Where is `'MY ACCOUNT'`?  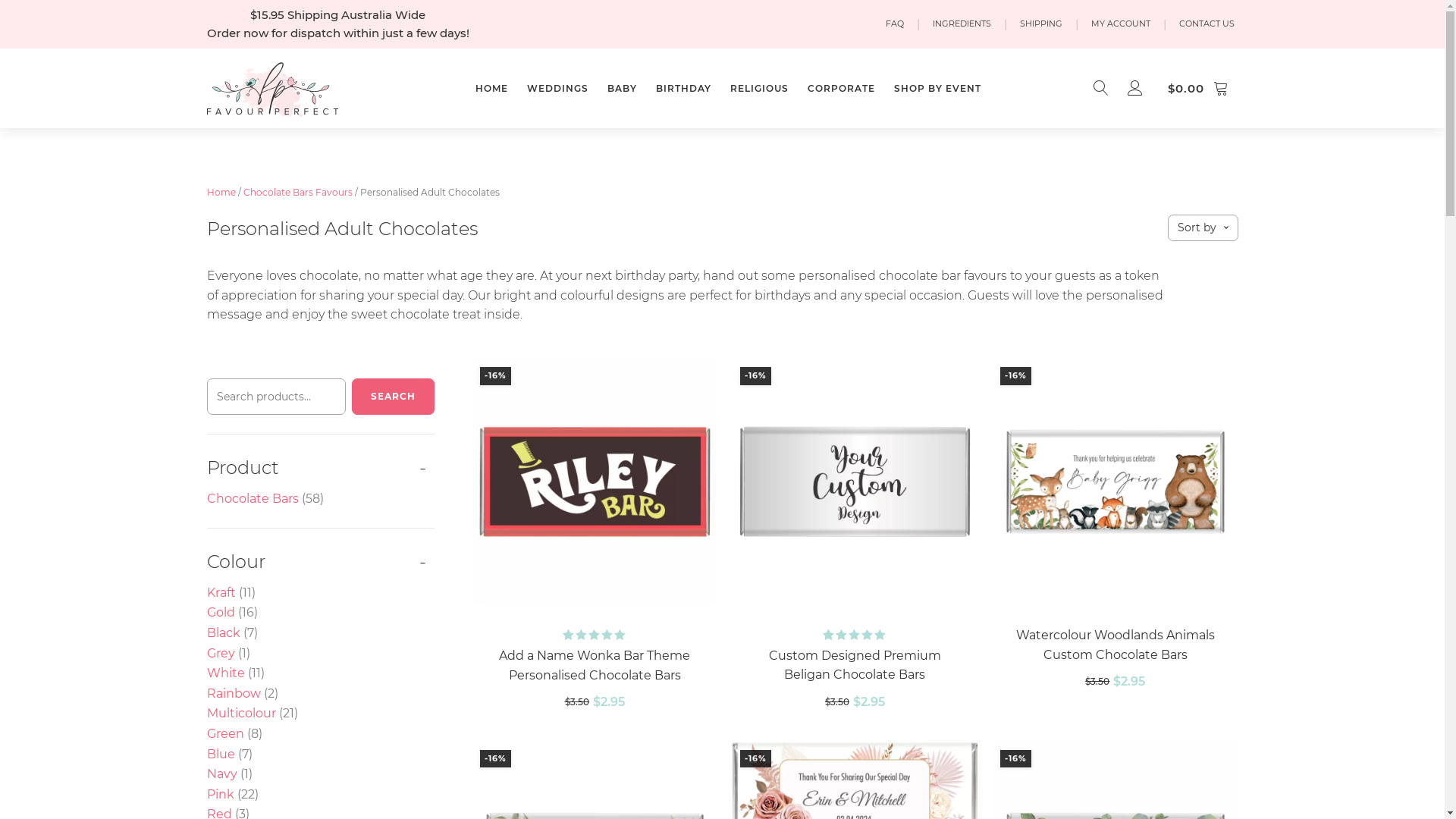
'MY ACCOUNT' is located at coordinates (1121, 24).